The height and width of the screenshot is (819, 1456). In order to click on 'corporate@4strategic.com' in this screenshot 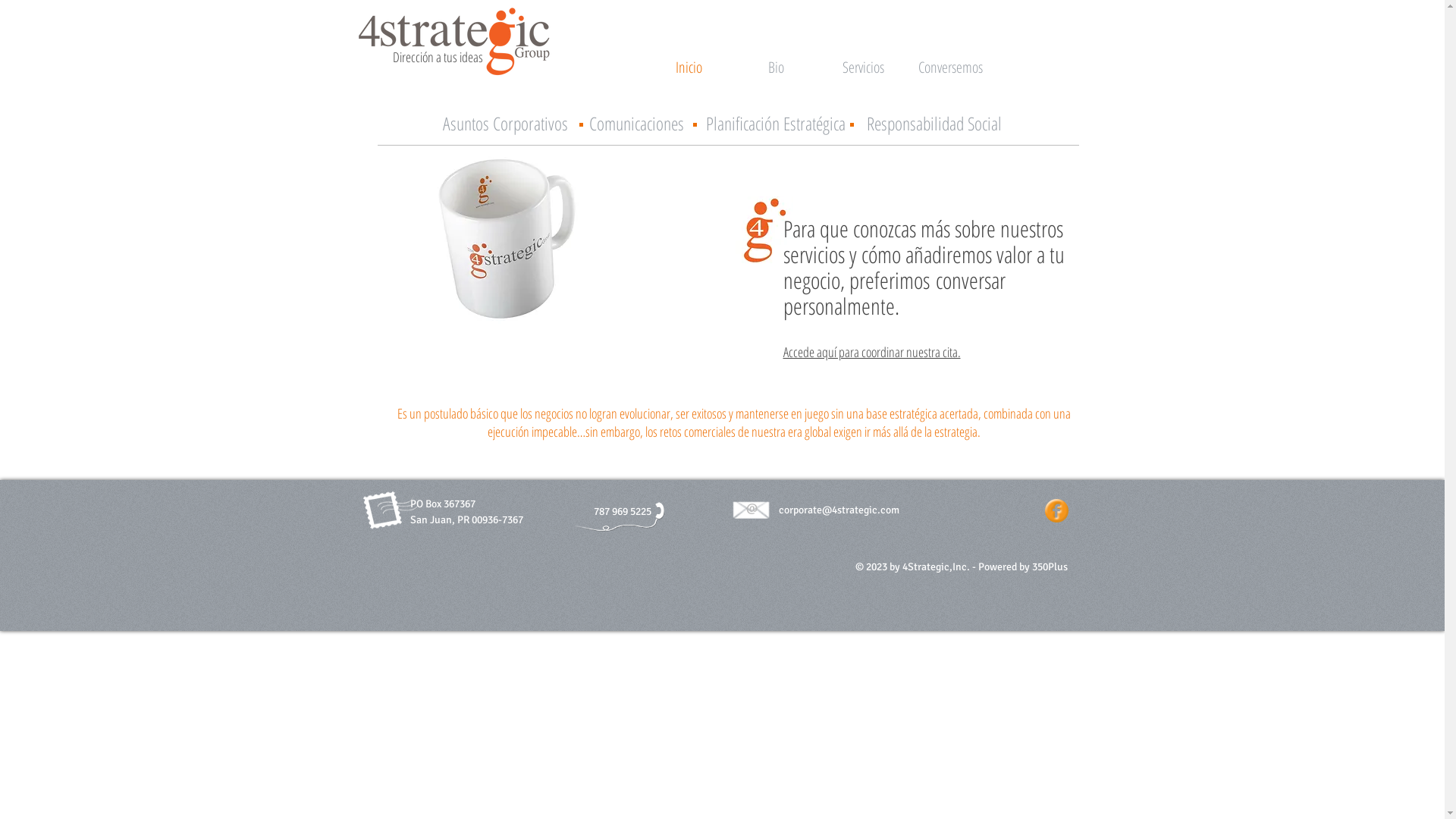, I will do `click(837, 507)`.